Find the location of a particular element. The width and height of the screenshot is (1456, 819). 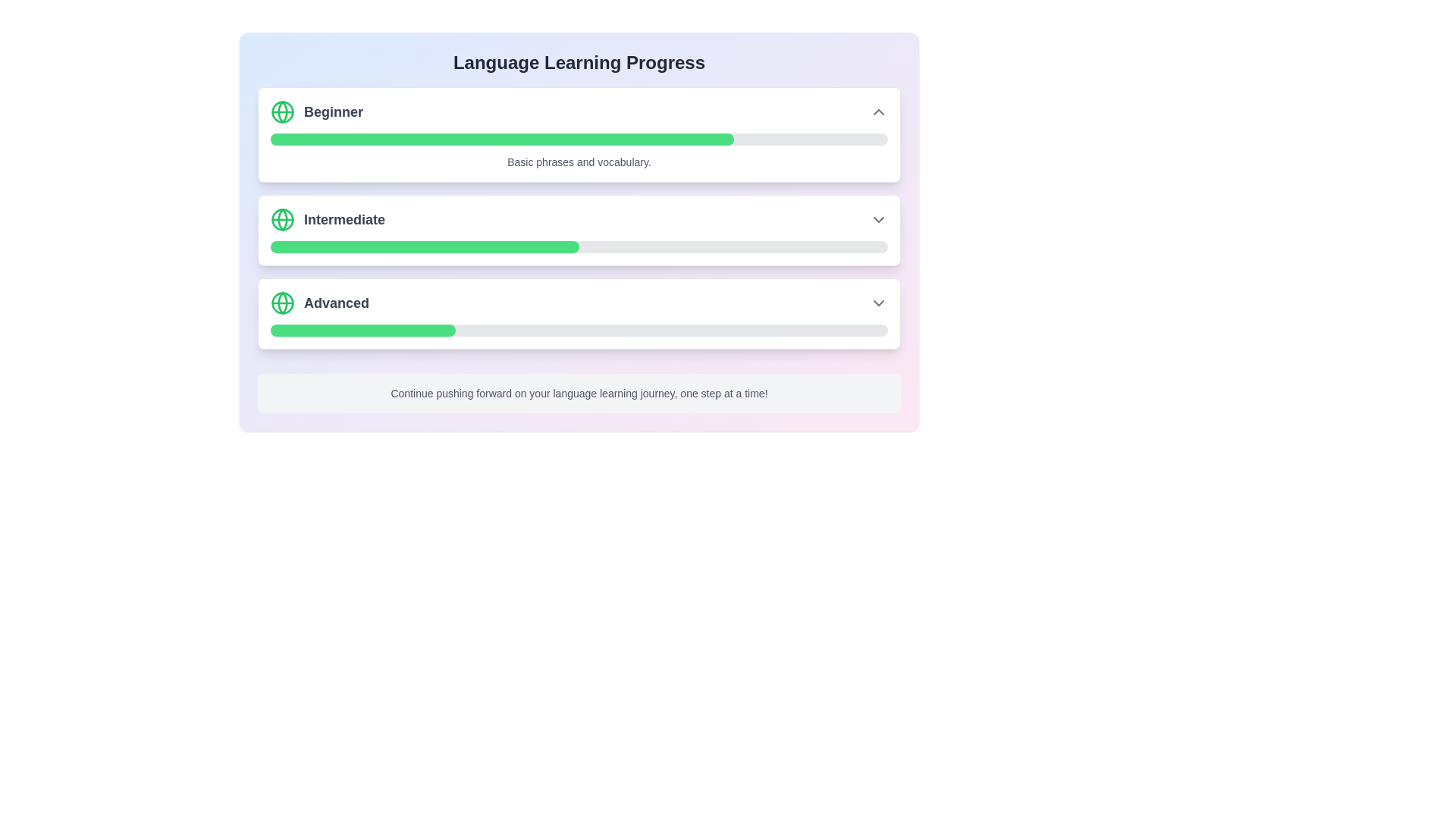

the 'Beginner' text element with a green globe icon, which is the first header item in the 'Language Learning Progress' section is located at coordinates (315, 111).